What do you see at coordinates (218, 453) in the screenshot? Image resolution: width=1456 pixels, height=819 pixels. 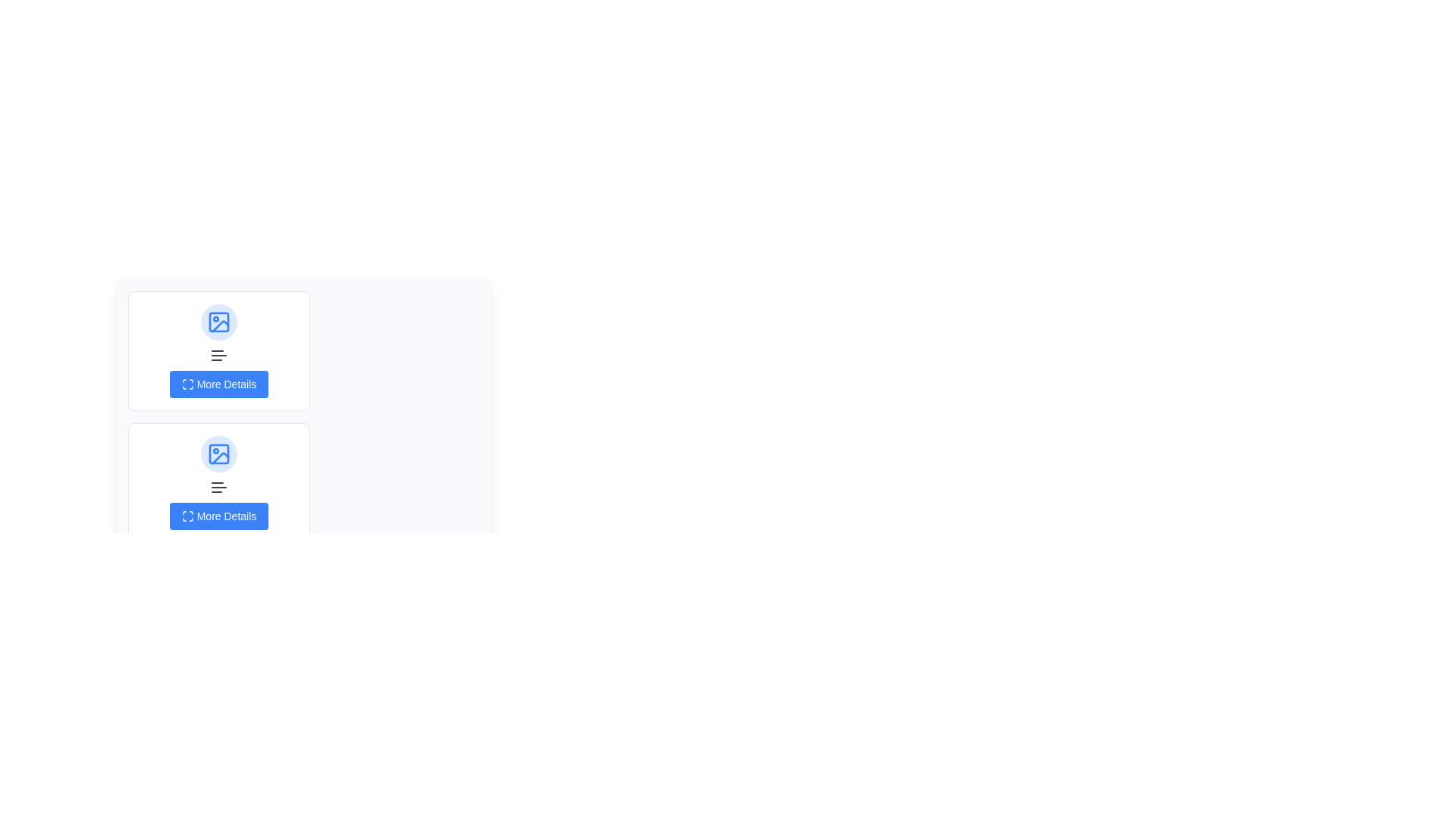 I see `the square-shaped graphical component with rounded corners that has blue accents and depicts an image, located in the upper card's header section of a listing of cards` at bounding box center [218, 453].